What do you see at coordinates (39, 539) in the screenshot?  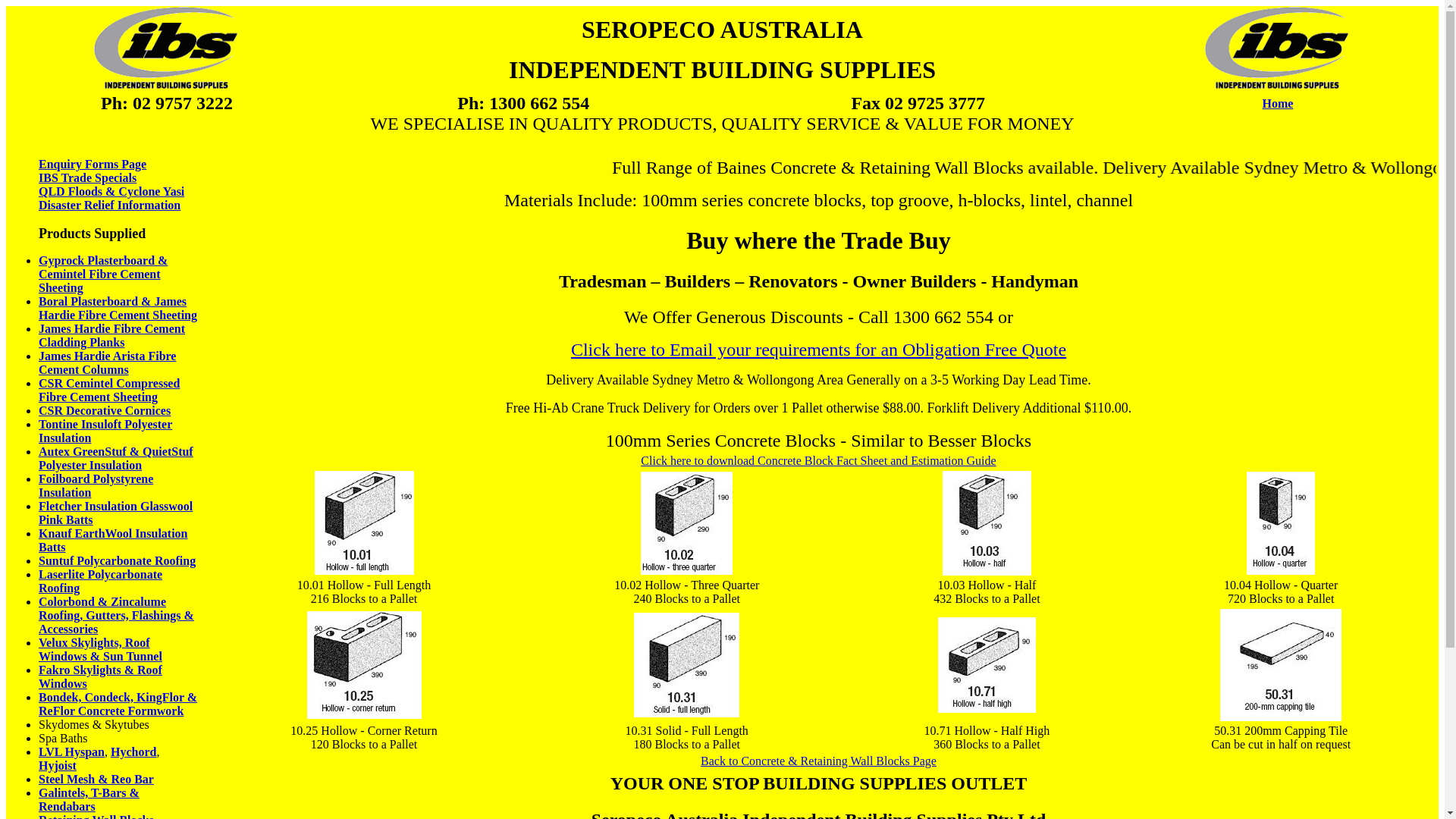 I see `'Knauf EarthWool Insulation Batts'` at bounding box center [39, 539].